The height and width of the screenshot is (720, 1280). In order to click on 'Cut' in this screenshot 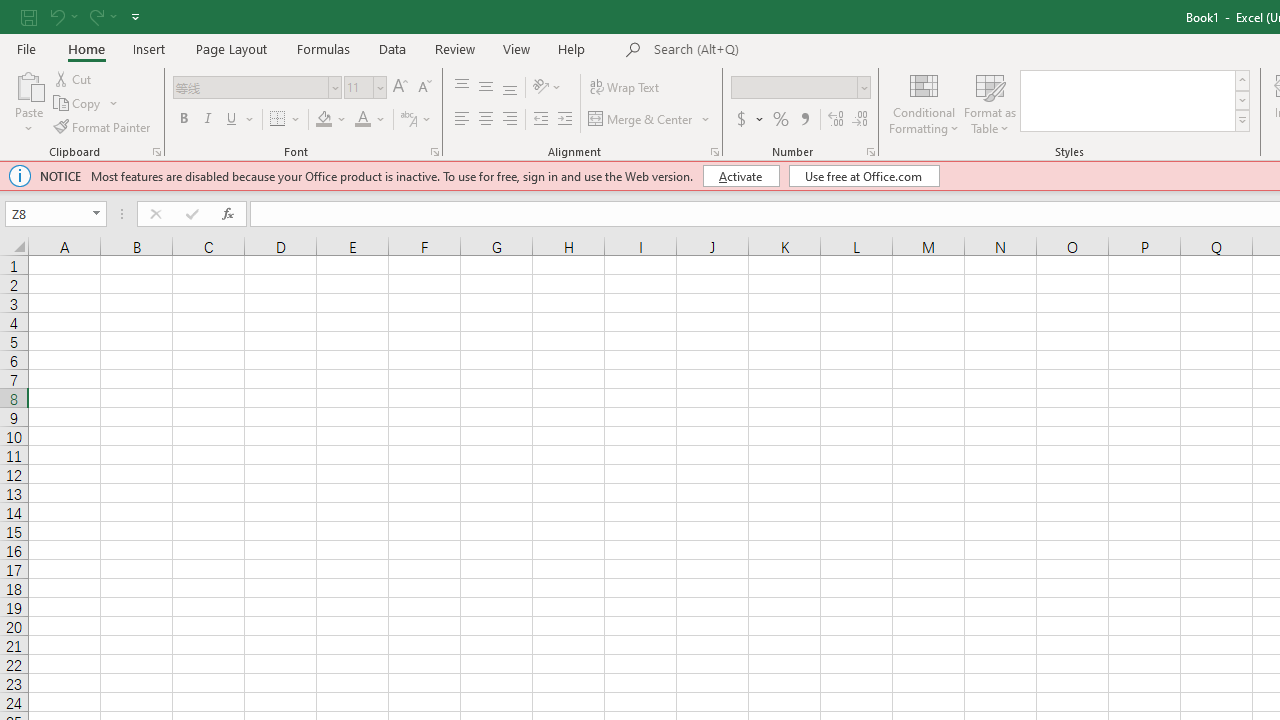, I will do `click(74, 78)`.